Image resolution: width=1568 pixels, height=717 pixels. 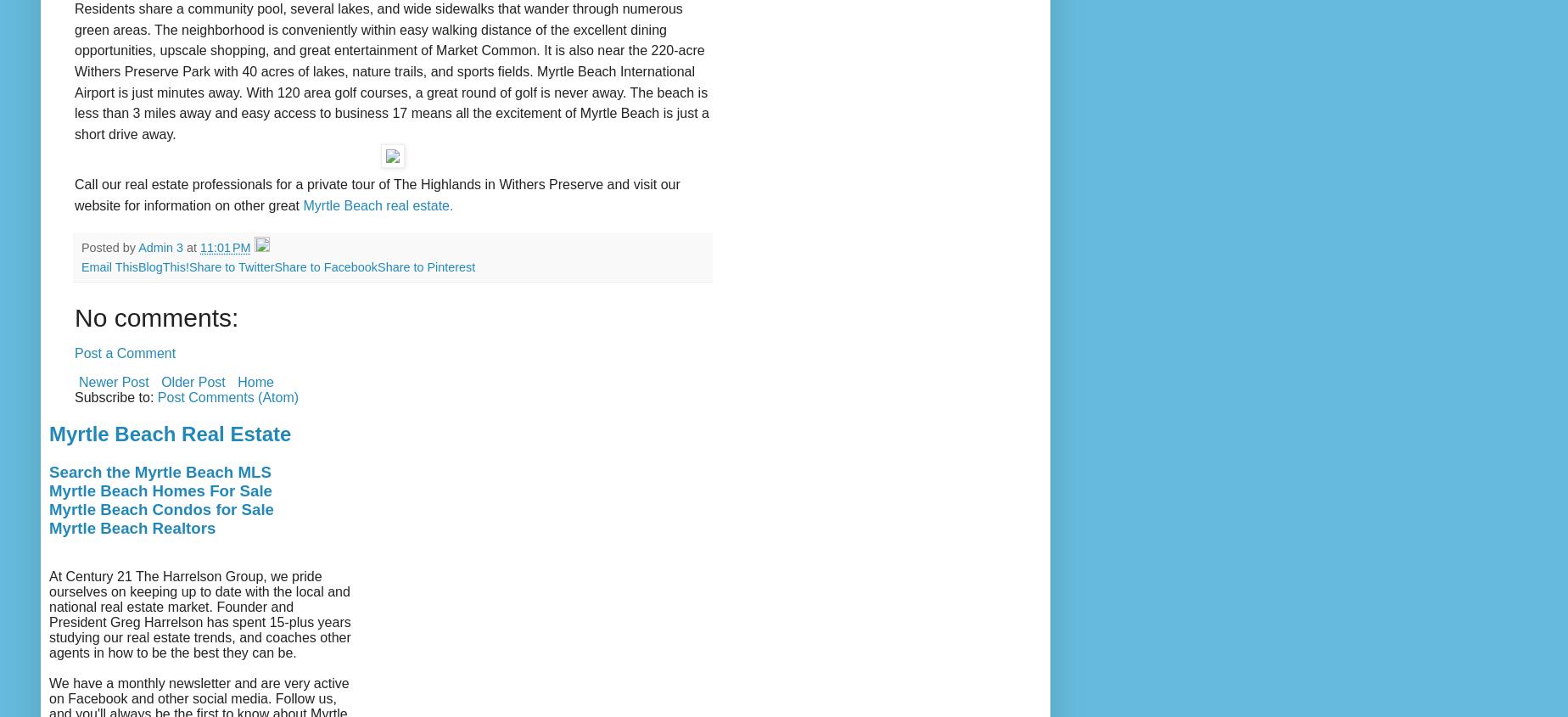 I want to click on 'Residents share a community pool, several lakes, and wide sidewalks that wander through numerous green areas. The neighborhood is conveniently within easy walking distance of the excellent dining opportunities, upscale shopping, and great entertainment of Market Common. It is also near the 220-acre Withers Preserve Park with 40 acres of lakes, nature trails, and sports fields. Myrtle Beach International Airport is just minutes away. With 120 area golf courses, a great round of golf is never away. The beach is less than 3 miles away and easy access to business 17 means all the excitement of Myrtle Beach is just a short drive away.', so click(x=391, y=70).